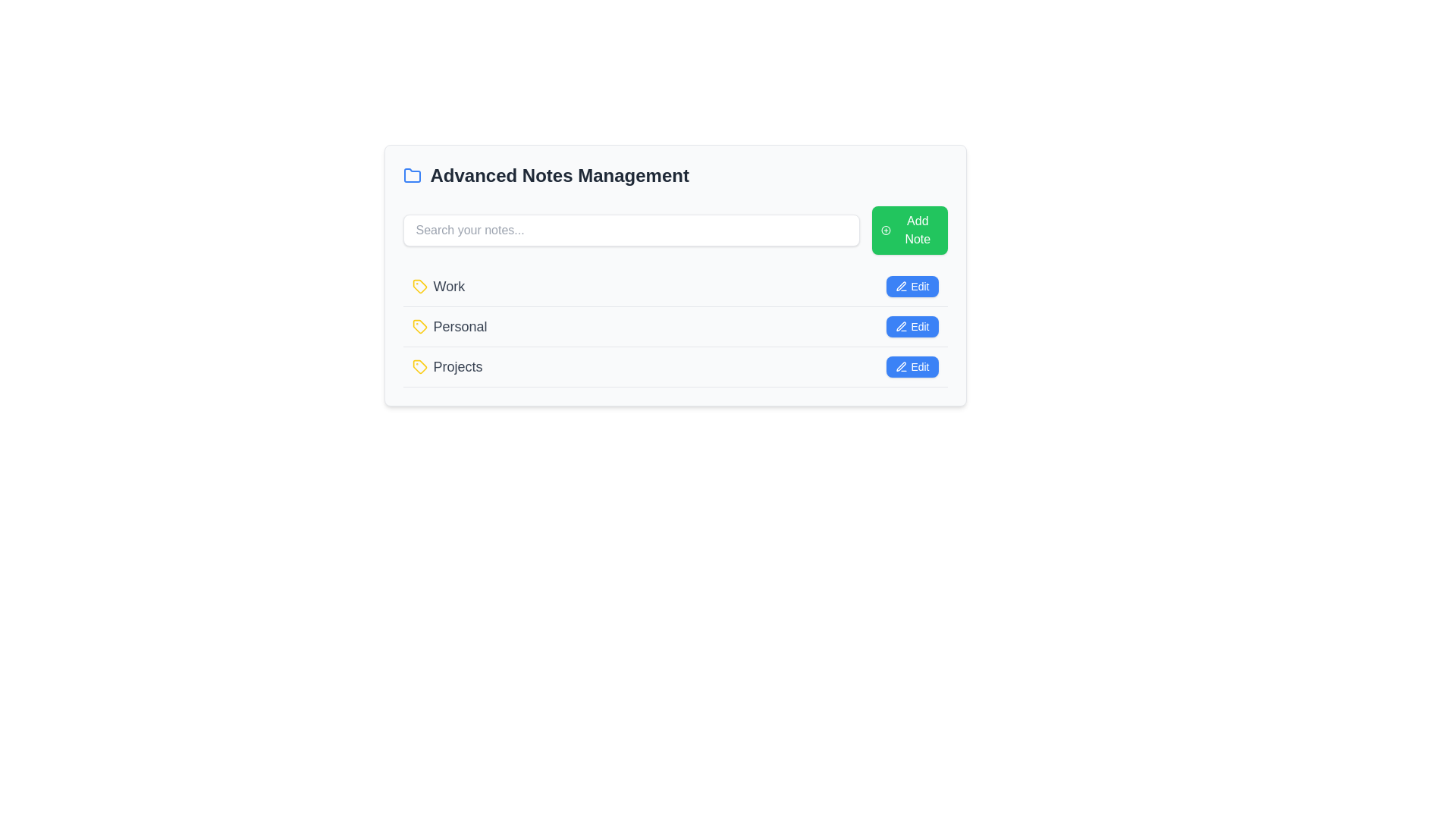  I want to click on text of the Header labeled 'Advanced Notes Management' which is styled in bold, large dark gray font, and located below the main application header to the right of a blue folder icon, so click(559, 174).